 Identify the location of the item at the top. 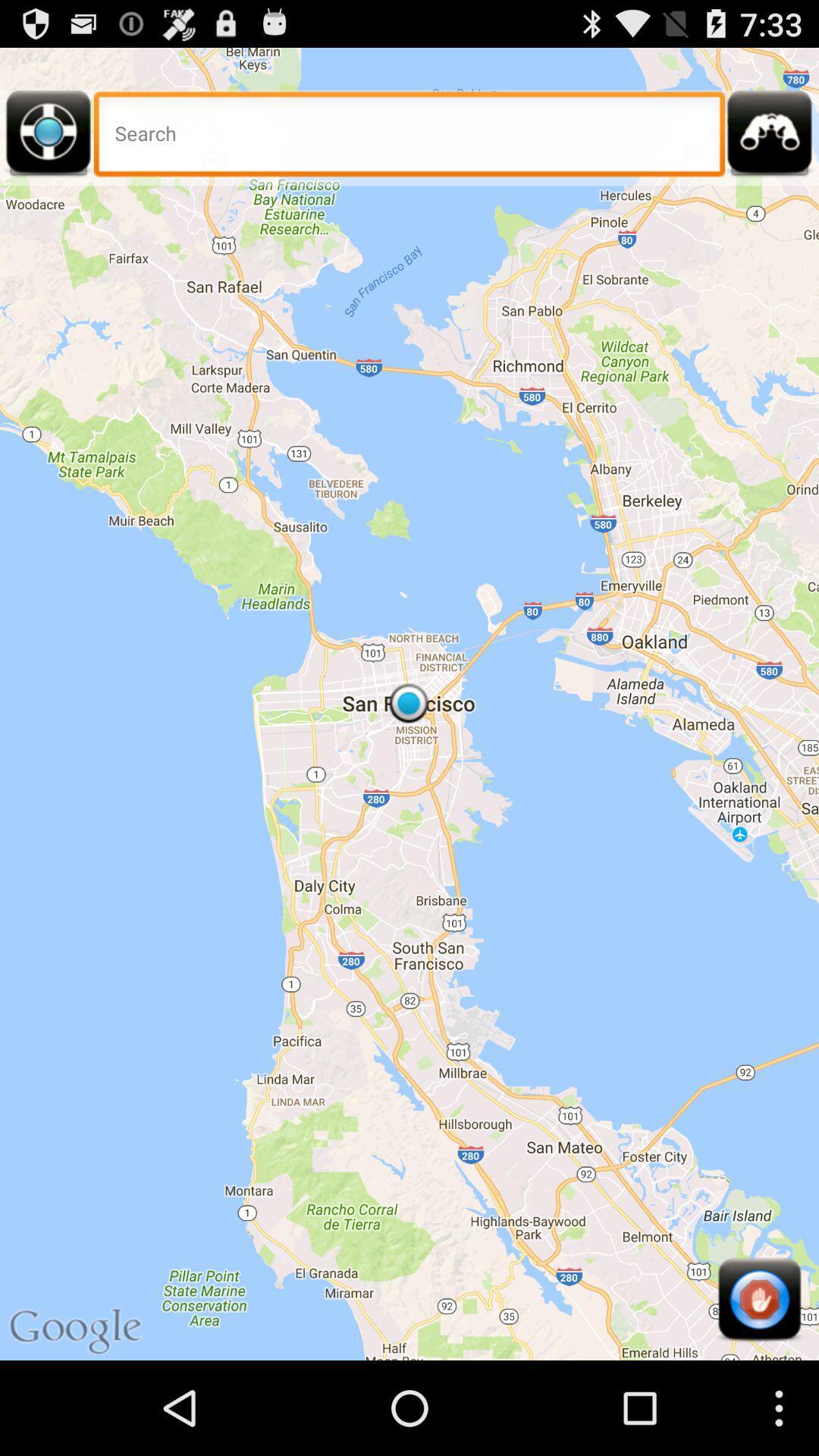
(409, 138).